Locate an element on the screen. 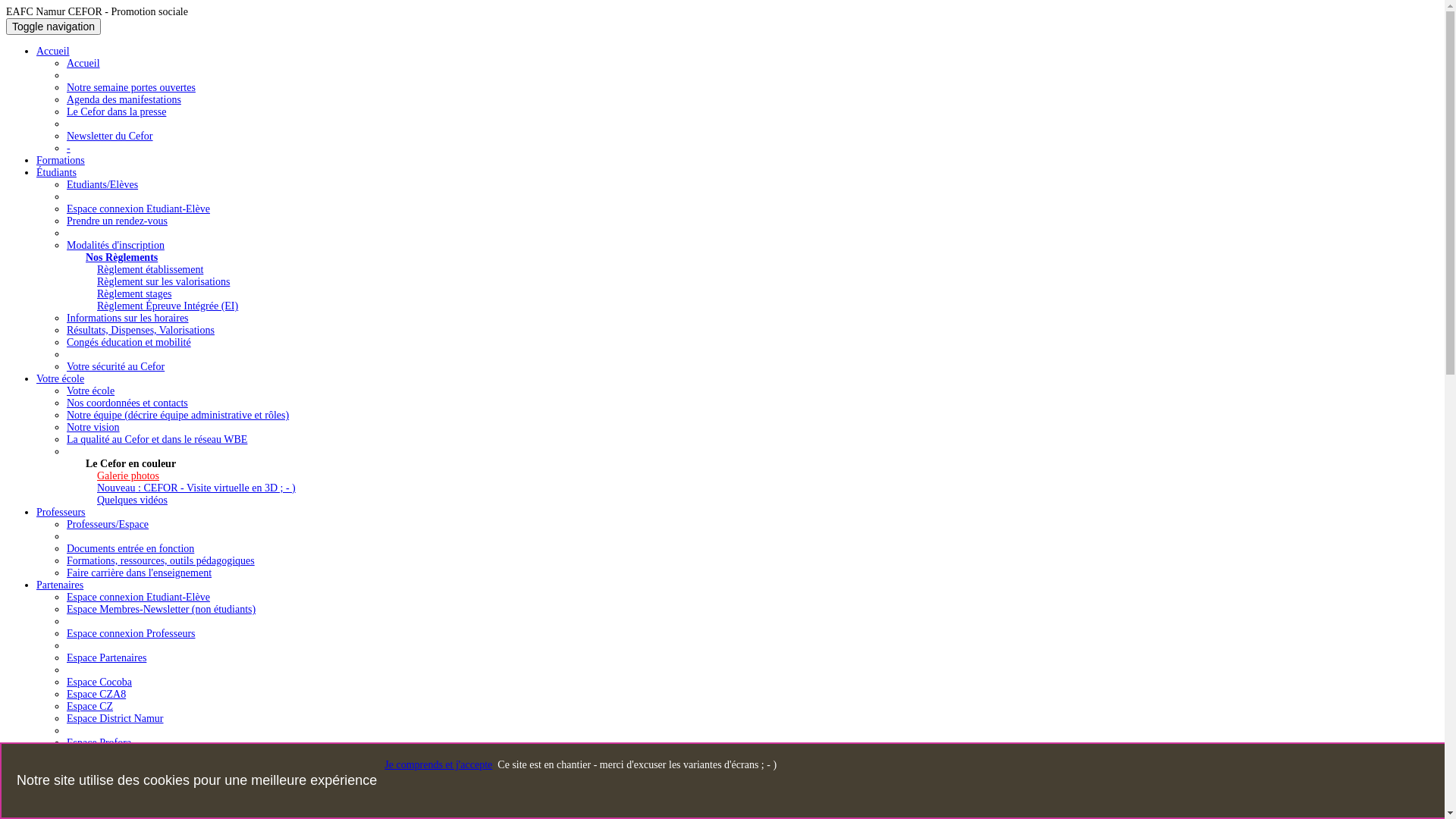 The image size is (1456, 819). 'Notre semaine portes ouvertes' is located at coordinates (130, 87).